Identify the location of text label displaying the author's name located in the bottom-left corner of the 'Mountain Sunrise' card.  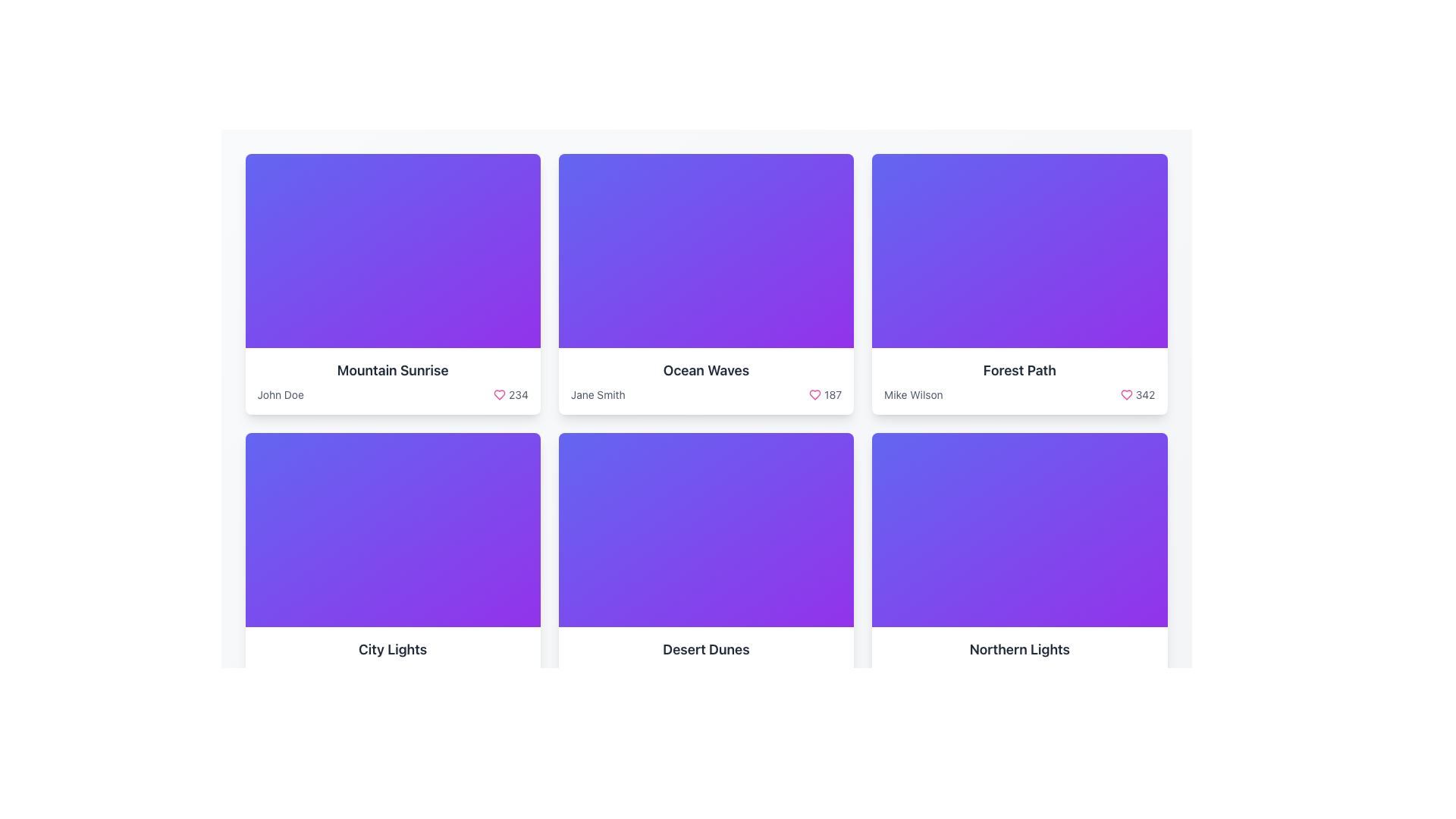
(281, 394).